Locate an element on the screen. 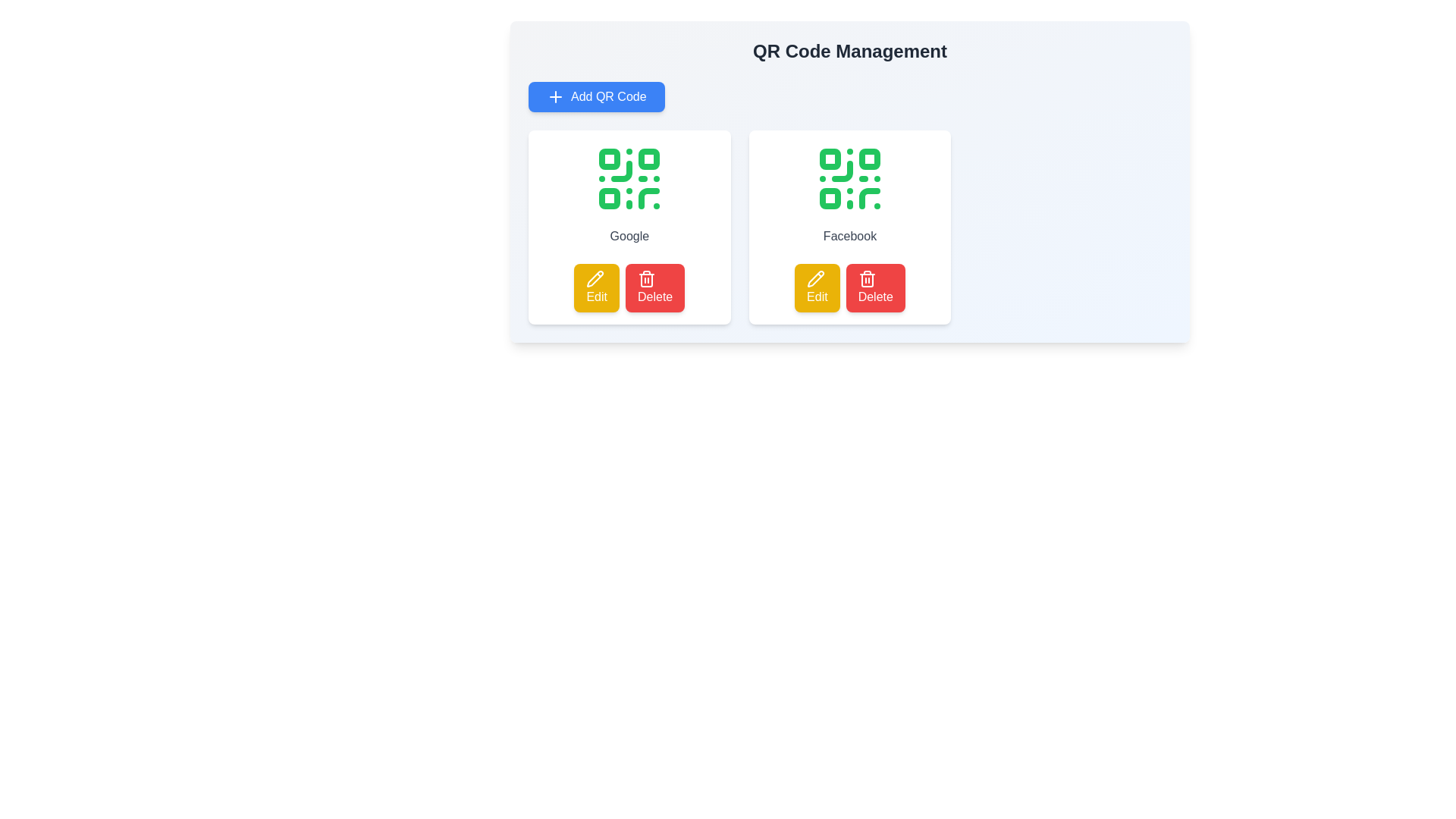  the square-shaped Decorative QR code segment with green coloring located in the top-left corner of the left QR code on the page is located at coordinates (610, 158).